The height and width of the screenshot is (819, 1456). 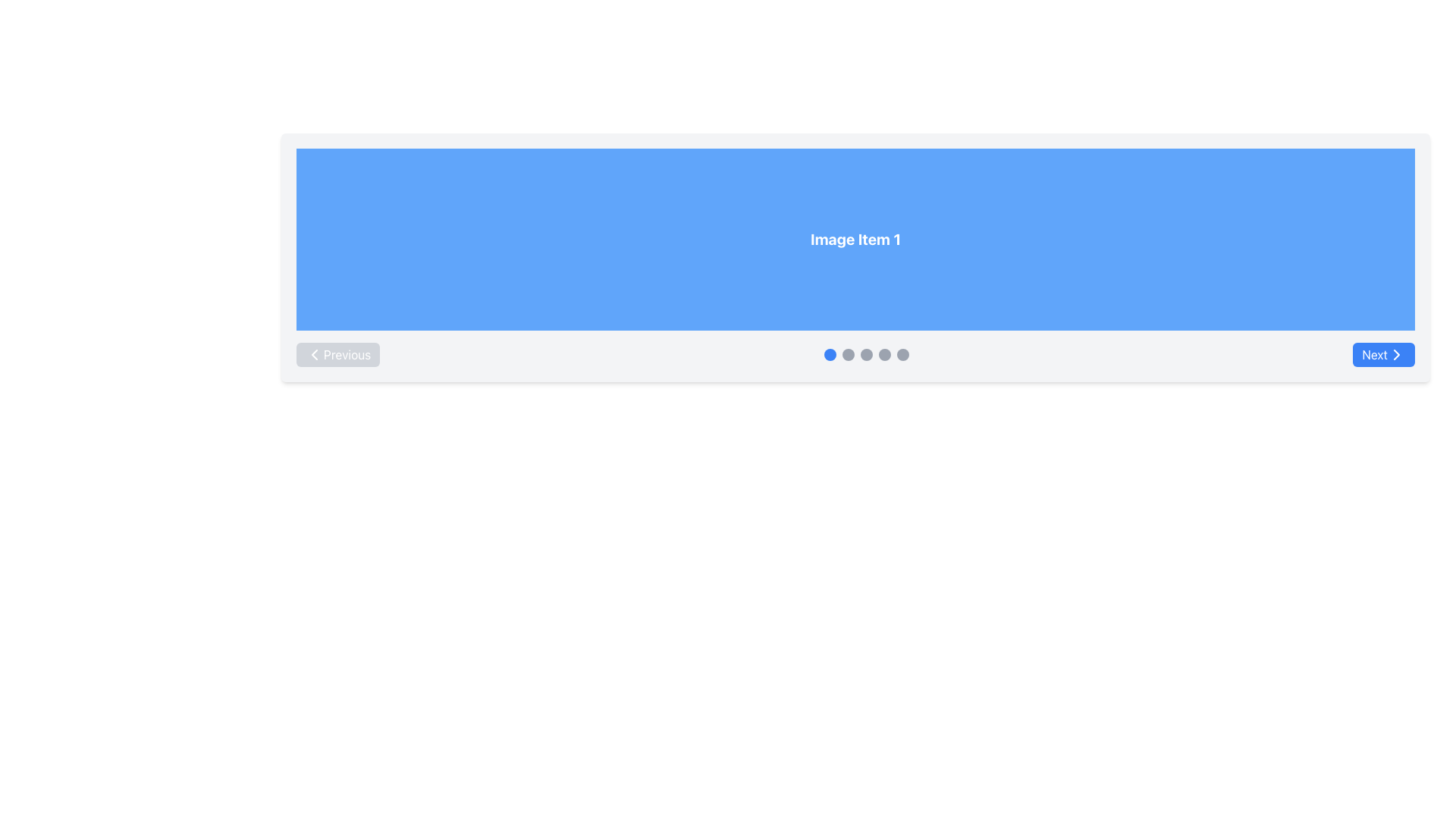 What do you see at coordinates (829, 354) in the screenshot?
I see `the first circular button with a blue fill color located in a horizontal row of five buttons at the bottom center of the interface` at bounding box center [829, 354].